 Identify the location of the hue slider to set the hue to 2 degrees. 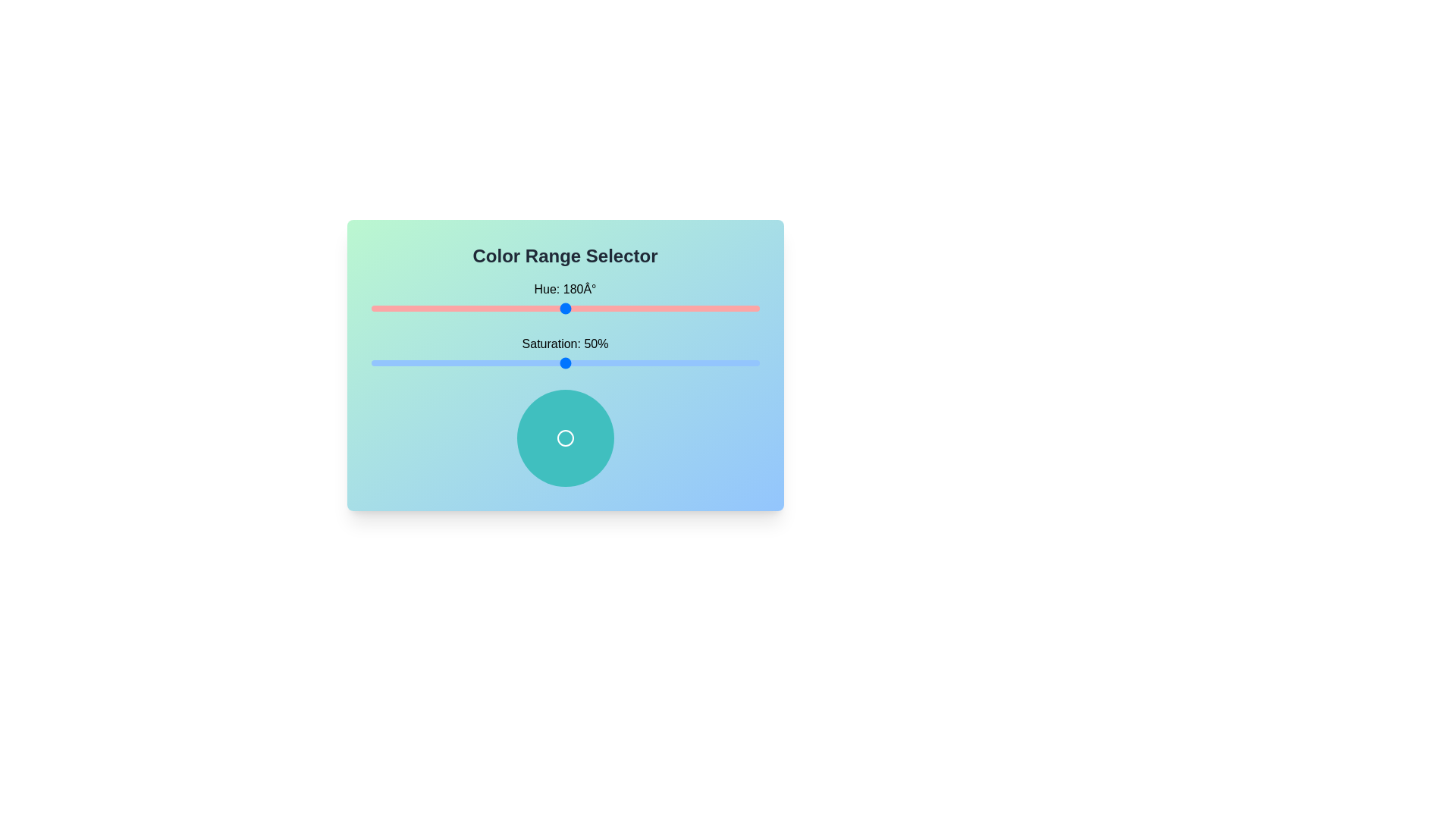
(373, 308).